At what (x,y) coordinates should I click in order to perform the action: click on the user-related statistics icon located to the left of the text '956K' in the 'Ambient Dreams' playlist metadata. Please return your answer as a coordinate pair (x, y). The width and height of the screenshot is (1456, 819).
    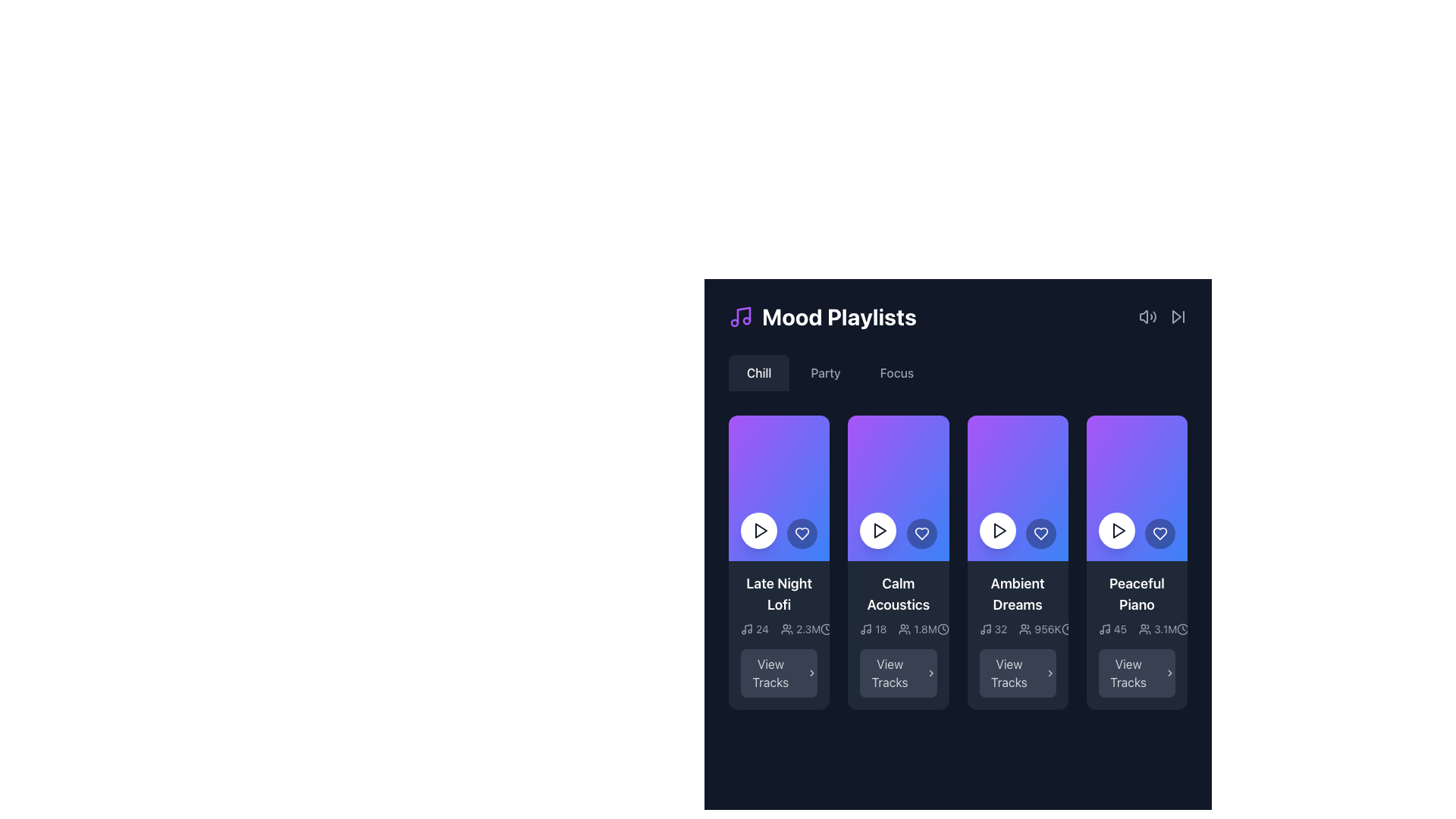
    Looking at the image, I should click on (1025, 629).